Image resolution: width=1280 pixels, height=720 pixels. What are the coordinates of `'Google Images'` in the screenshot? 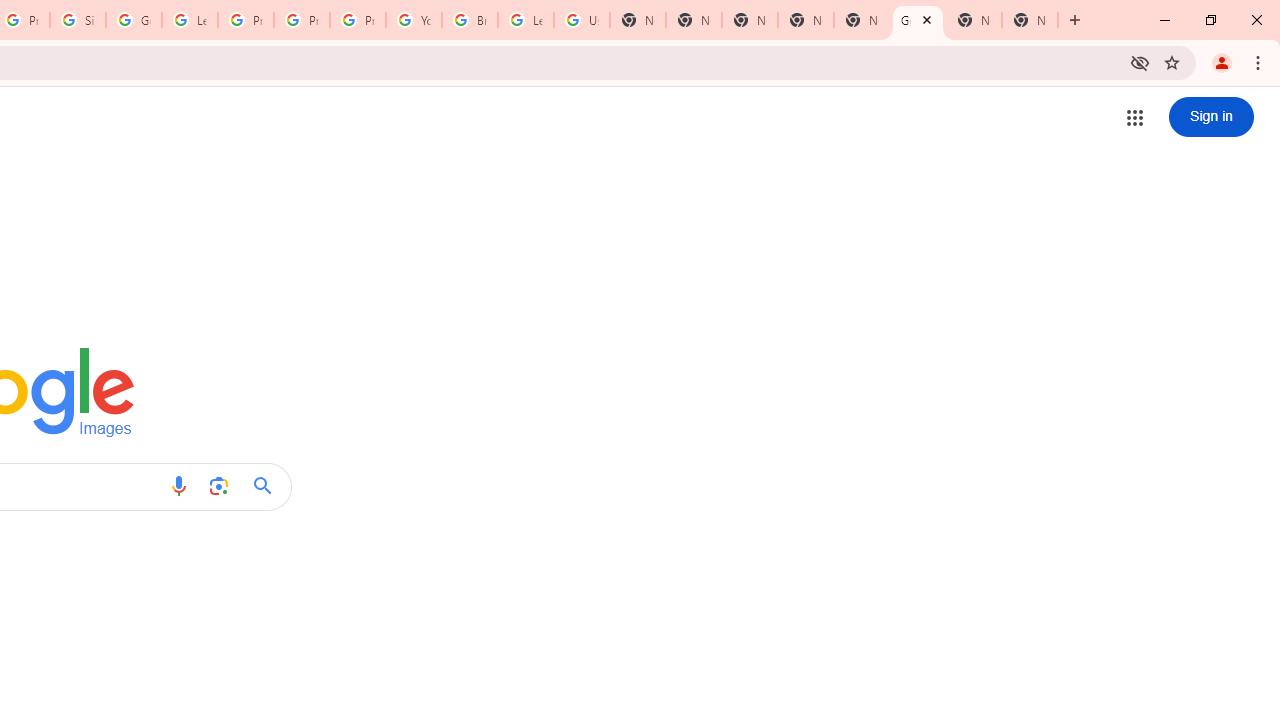 It's located at (916, 20).